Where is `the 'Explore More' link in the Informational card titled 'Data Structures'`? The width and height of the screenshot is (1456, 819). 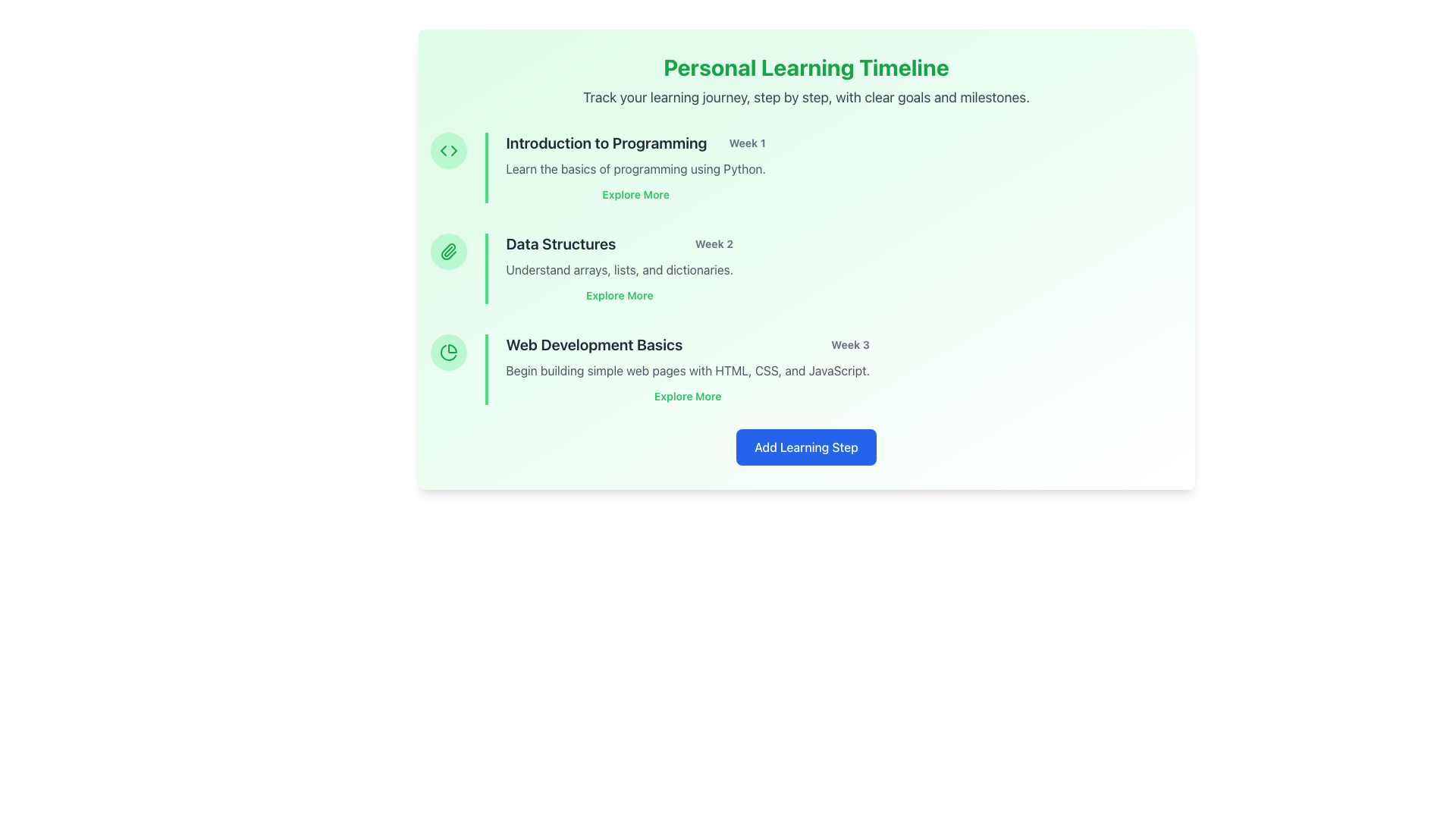 the 'Explore More' link in the Informational card titled 'Data Structures' is located at coordinates (609, 268).